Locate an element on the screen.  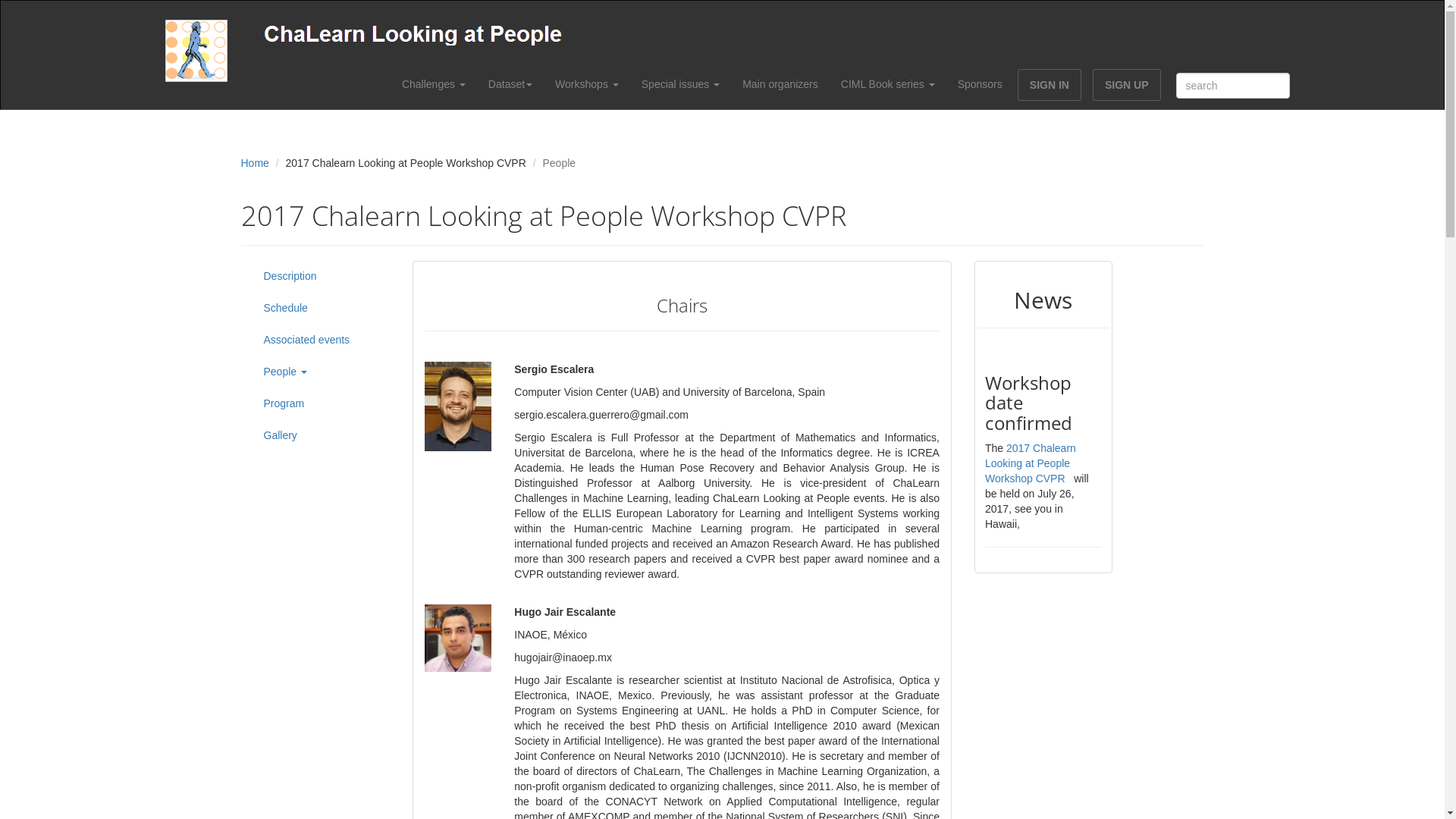
'Schedule' is located at coordinates (319, 307).